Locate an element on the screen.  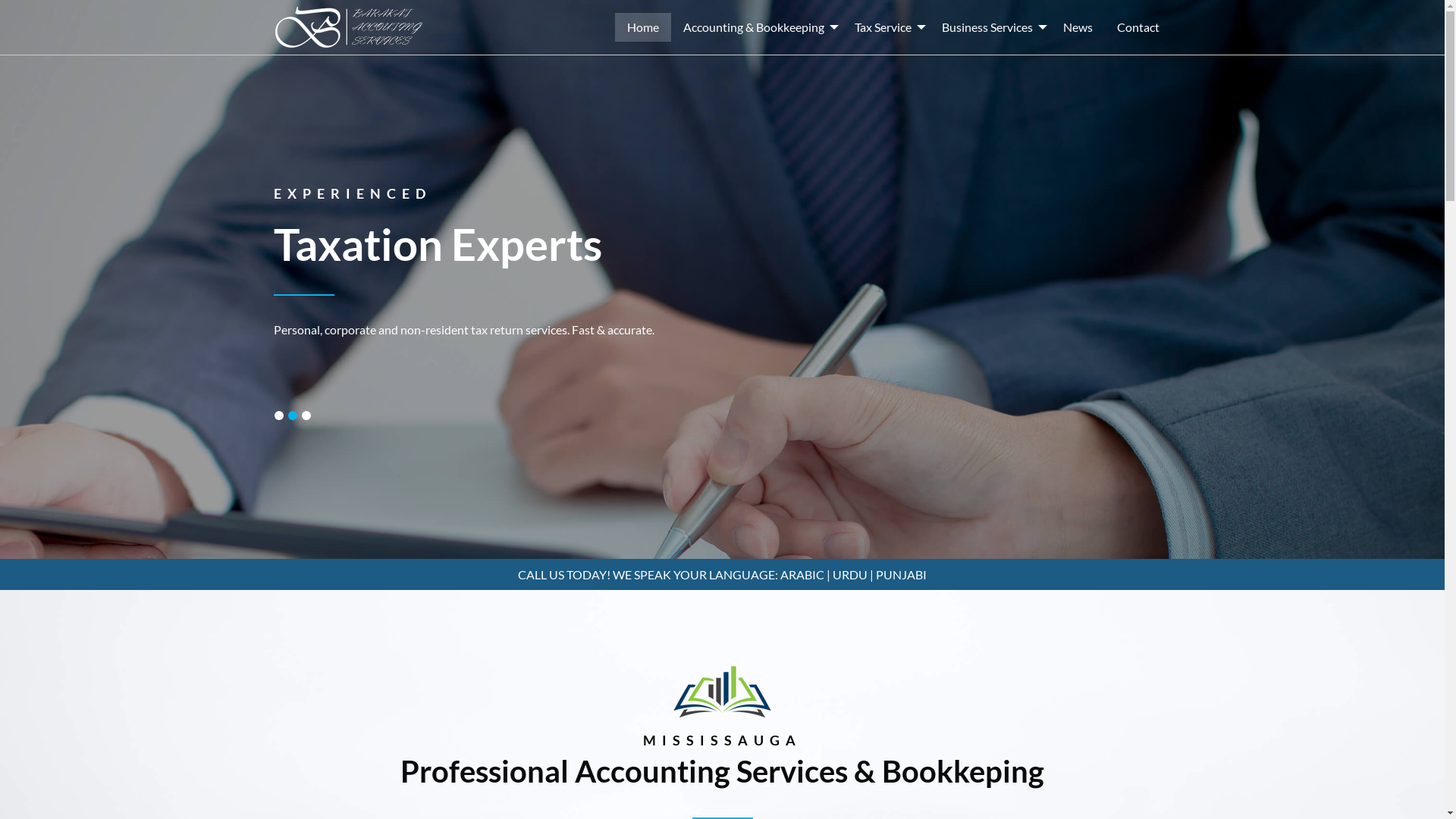
'Tax Service' is located at coordinates (885, 27).